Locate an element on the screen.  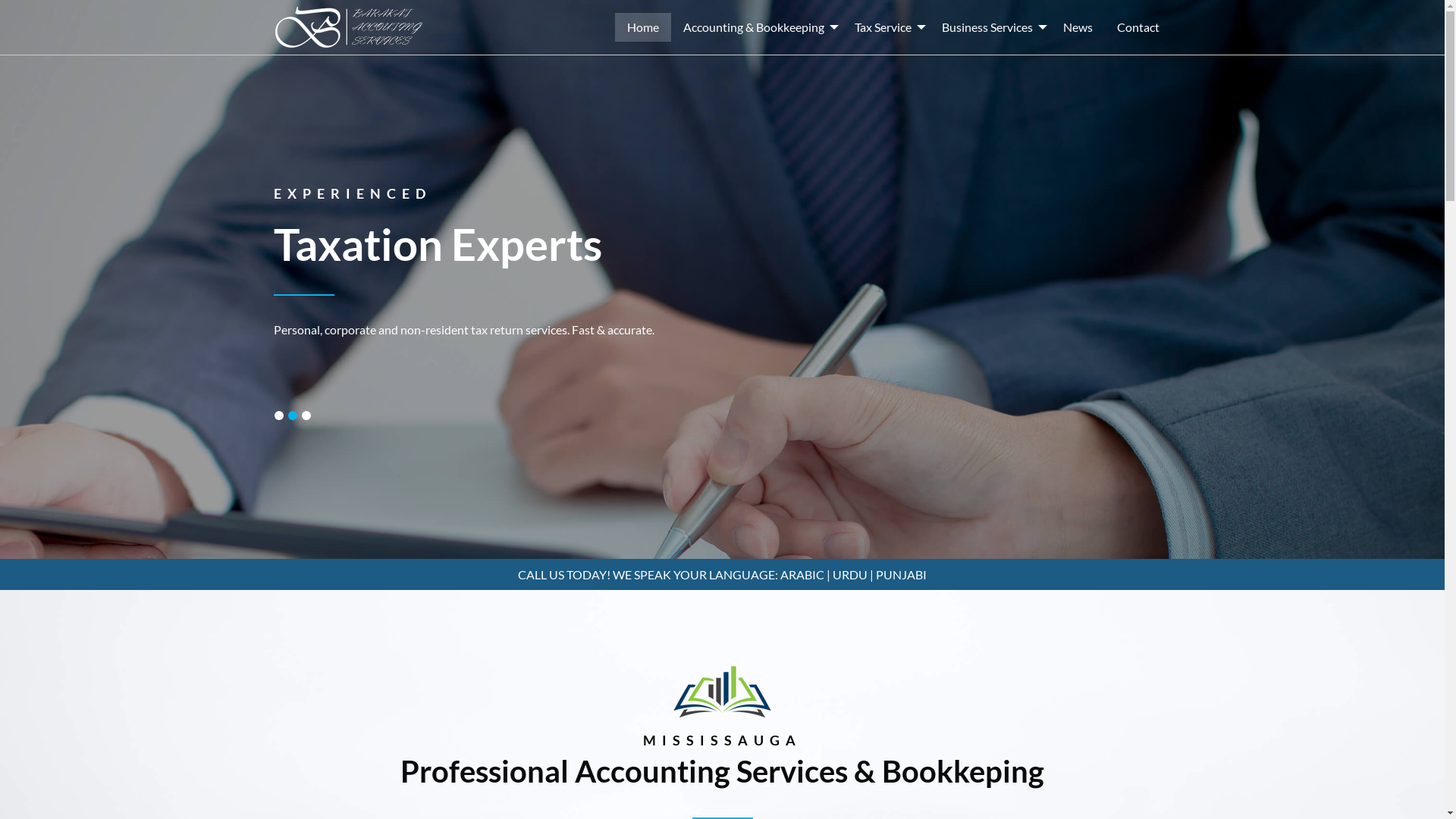
'Tax Service' is located at coordinates (885, 27).